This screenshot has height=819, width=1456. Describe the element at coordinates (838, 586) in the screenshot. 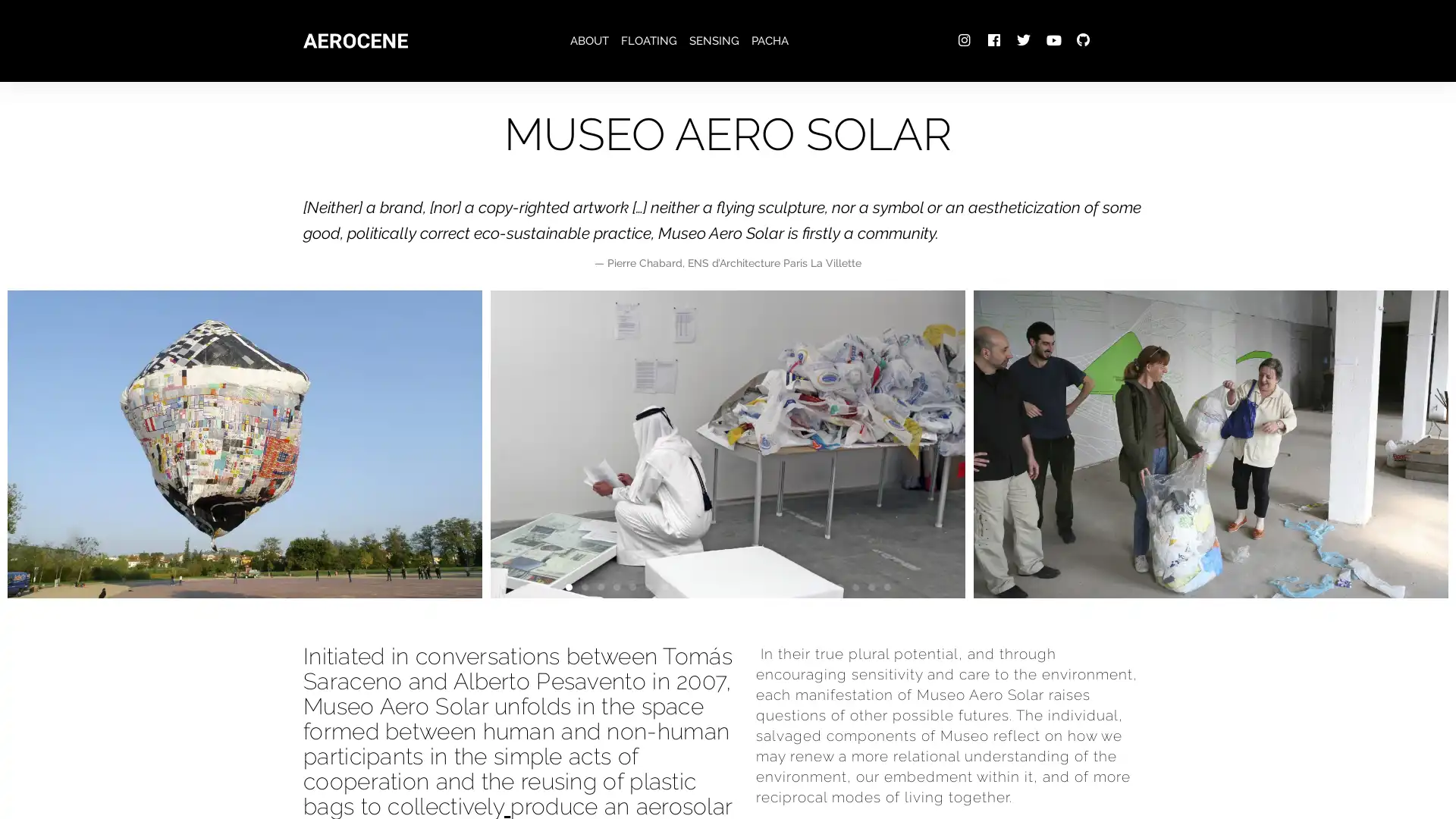

I see `Go to slide 18` at that location.